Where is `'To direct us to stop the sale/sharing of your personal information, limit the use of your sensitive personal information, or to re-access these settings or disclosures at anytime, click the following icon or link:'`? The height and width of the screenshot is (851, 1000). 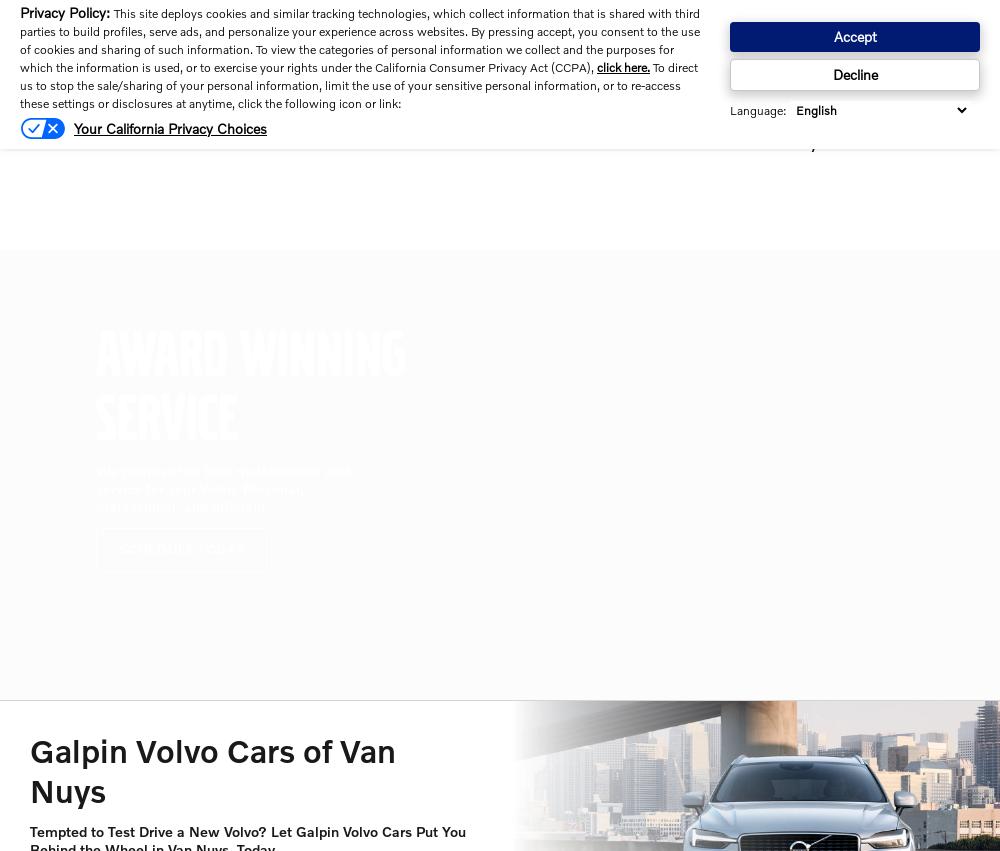
'To direct us to stop the sale/sharing of your personal information, limit the use of your sensitive personal information, or to re-access these settings or disclosures at anytime, click the following icon or link:' is located at coordinates (358, 84).